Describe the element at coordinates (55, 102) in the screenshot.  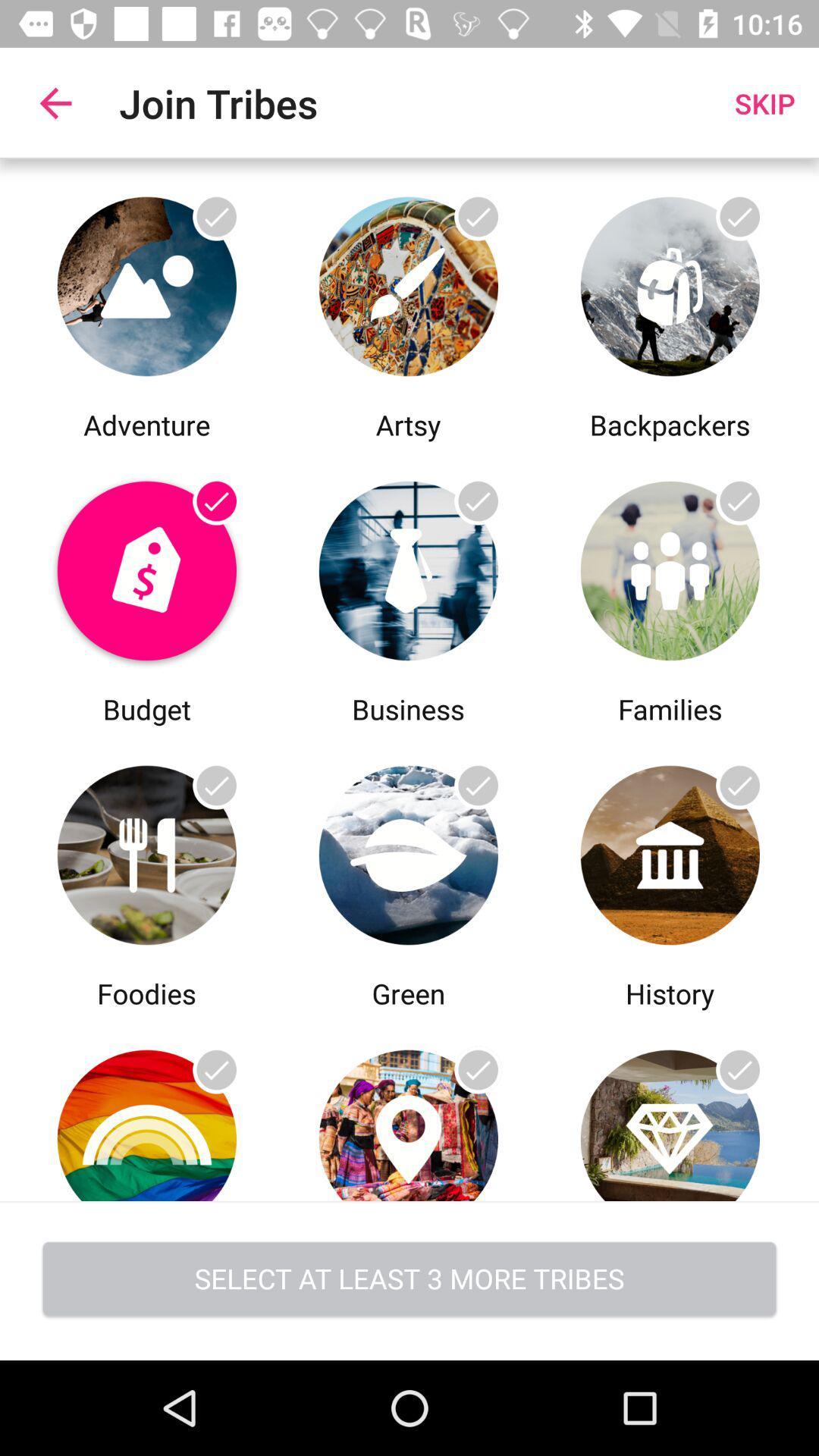
I see `app to the left of join tribes item` at that location.